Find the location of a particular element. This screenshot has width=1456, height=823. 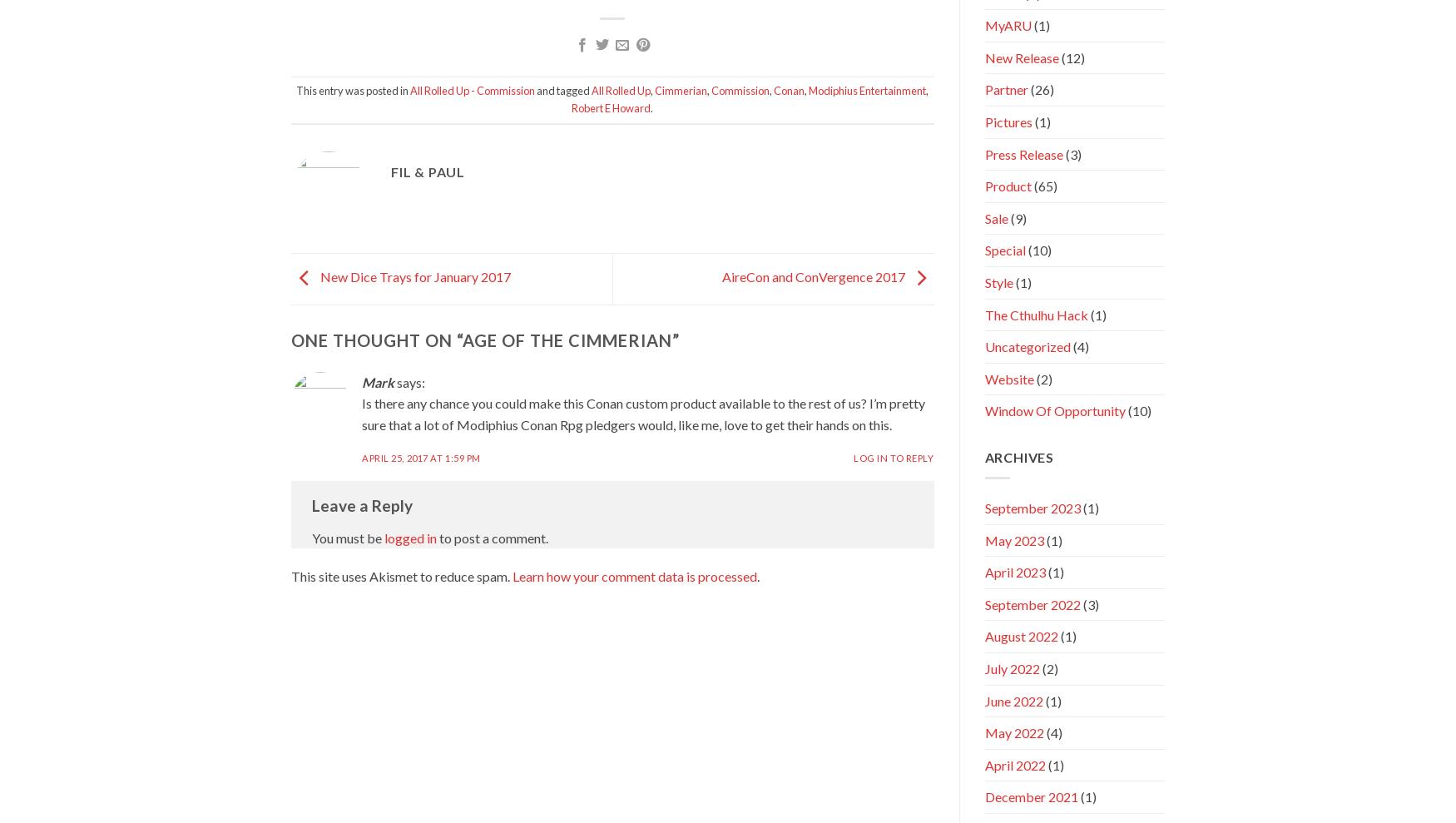

'One thought on “' is located at coordinates (377, 339).